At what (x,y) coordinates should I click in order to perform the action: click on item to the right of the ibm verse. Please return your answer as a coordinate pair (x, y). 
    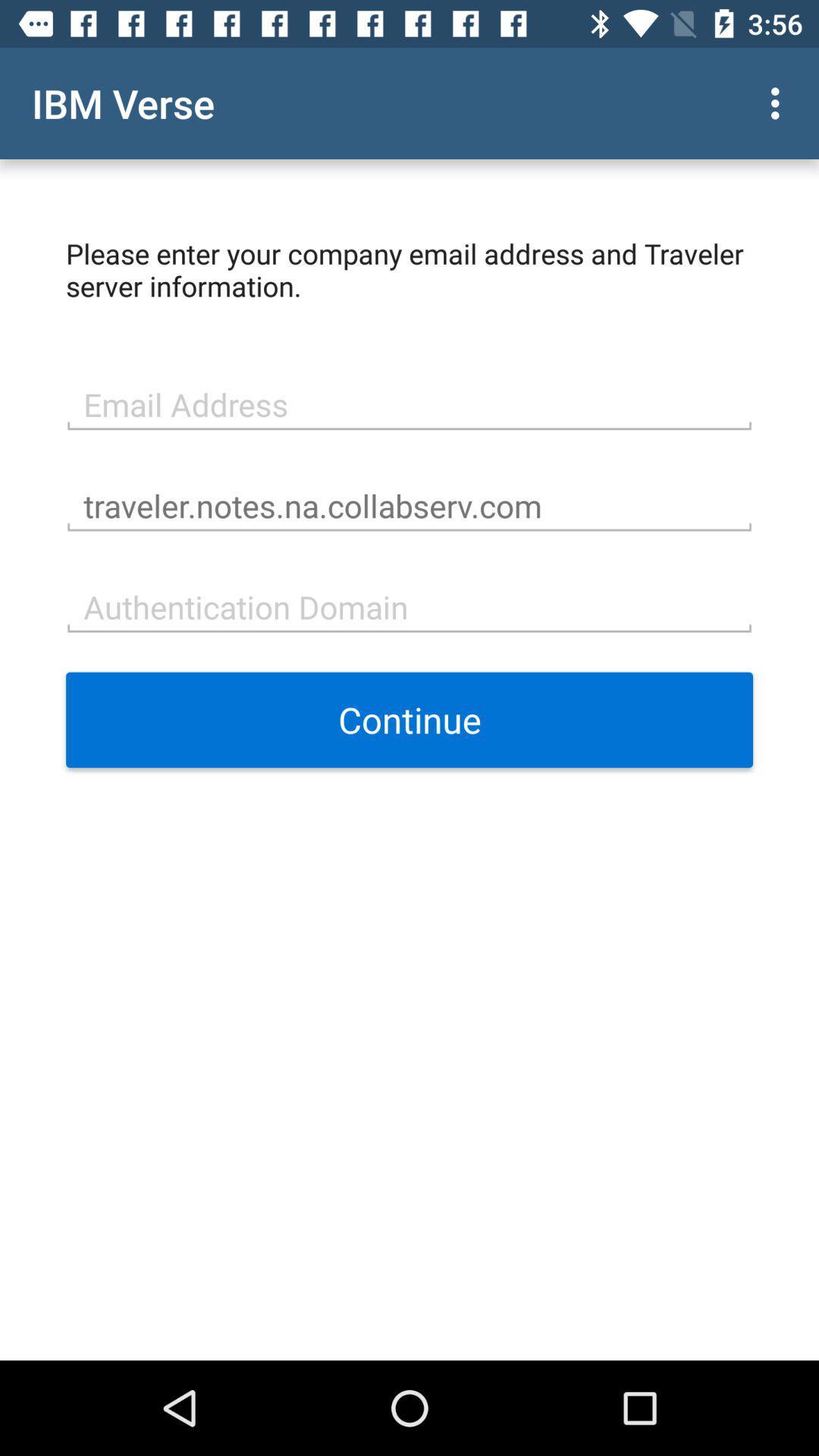
    Looking at the image, I should click on (779, 102).